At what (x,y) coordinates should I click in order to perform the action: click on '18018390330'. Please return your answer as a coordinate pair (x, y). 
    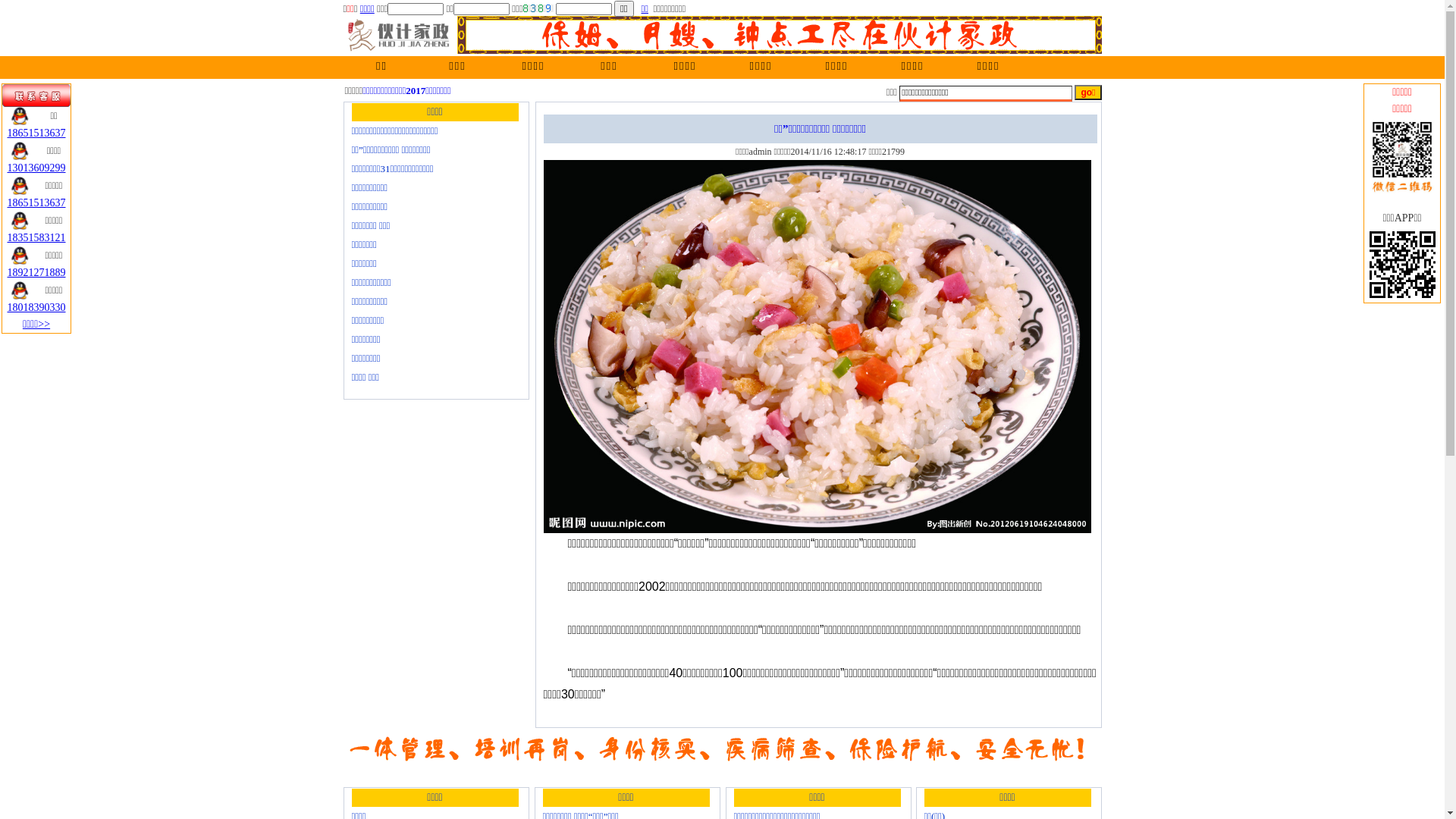
    Looking at the image, I should click on (36, 307).